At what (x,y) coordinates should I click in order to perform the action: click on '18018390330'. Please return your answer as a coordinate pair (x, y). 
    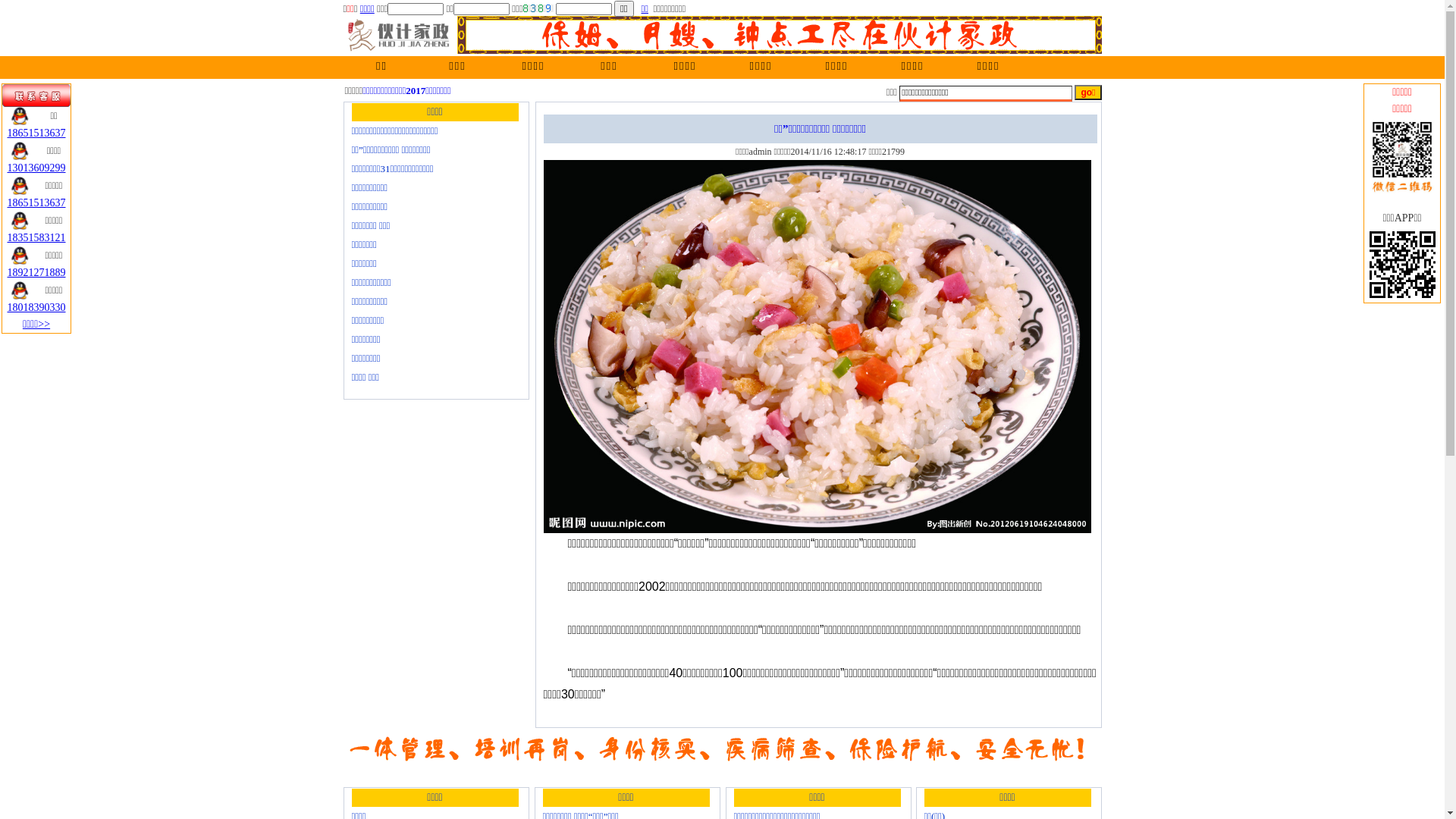
    Looking at the image, I should click on (36, 307).